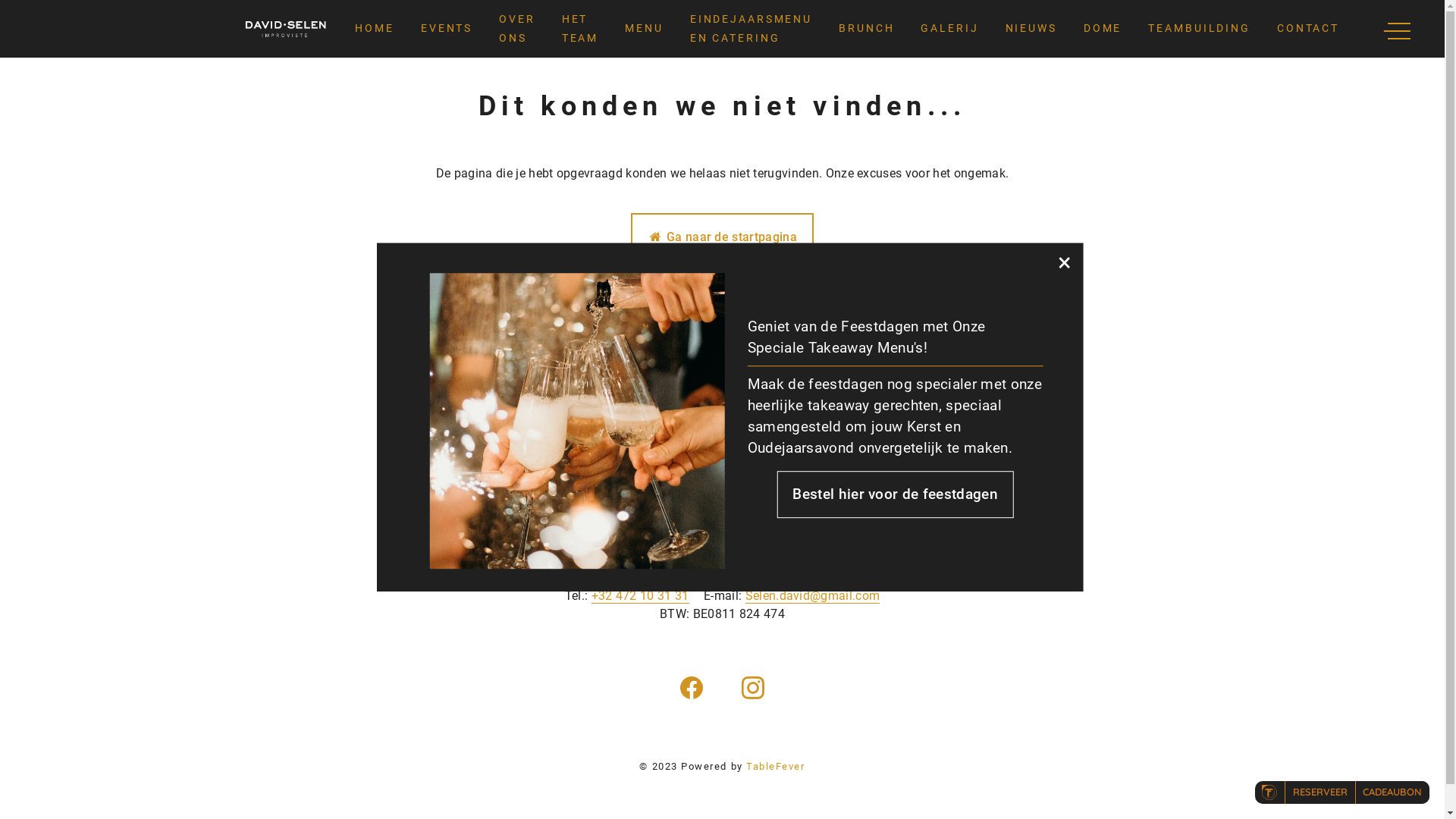 The width and height of the screenshot is (1456, 819). What do you see at coordinates (811, 595) in the screenshot?
I see `'Selen.david@gmail.com'` at bounding box center [811, 595].